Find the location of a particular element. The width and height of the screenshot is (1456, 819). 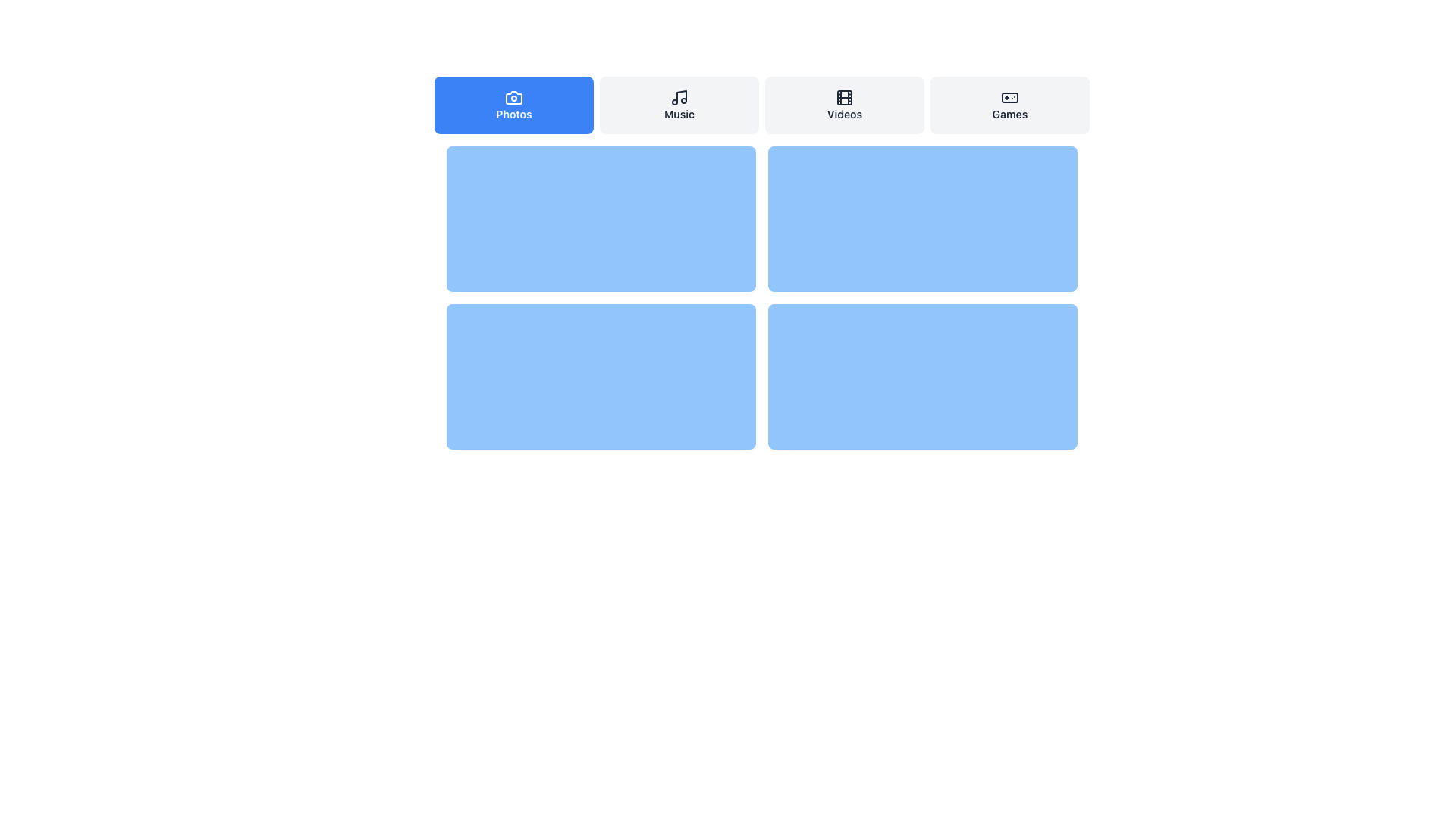

the top-right light blue gradient panel with rounded corners in the 2x2 grid layout is located at coordinates (922, 219).